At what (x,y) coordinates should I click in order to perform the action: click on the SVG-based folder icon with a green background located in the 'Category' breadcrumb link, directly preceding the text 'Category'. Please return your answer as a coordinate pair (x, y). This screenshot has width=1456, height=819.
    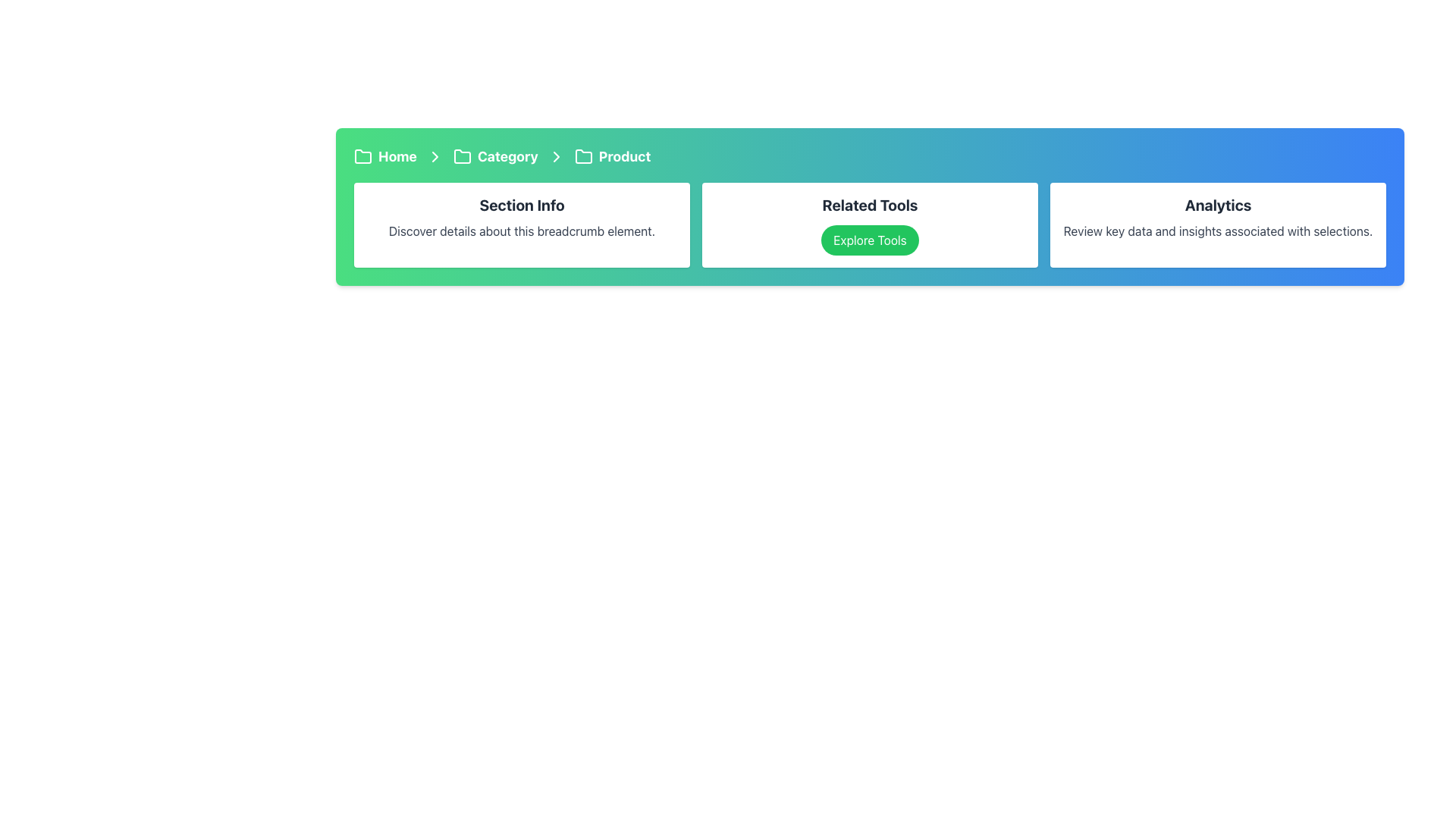
    Looking at the image, I should click on (461, 157).